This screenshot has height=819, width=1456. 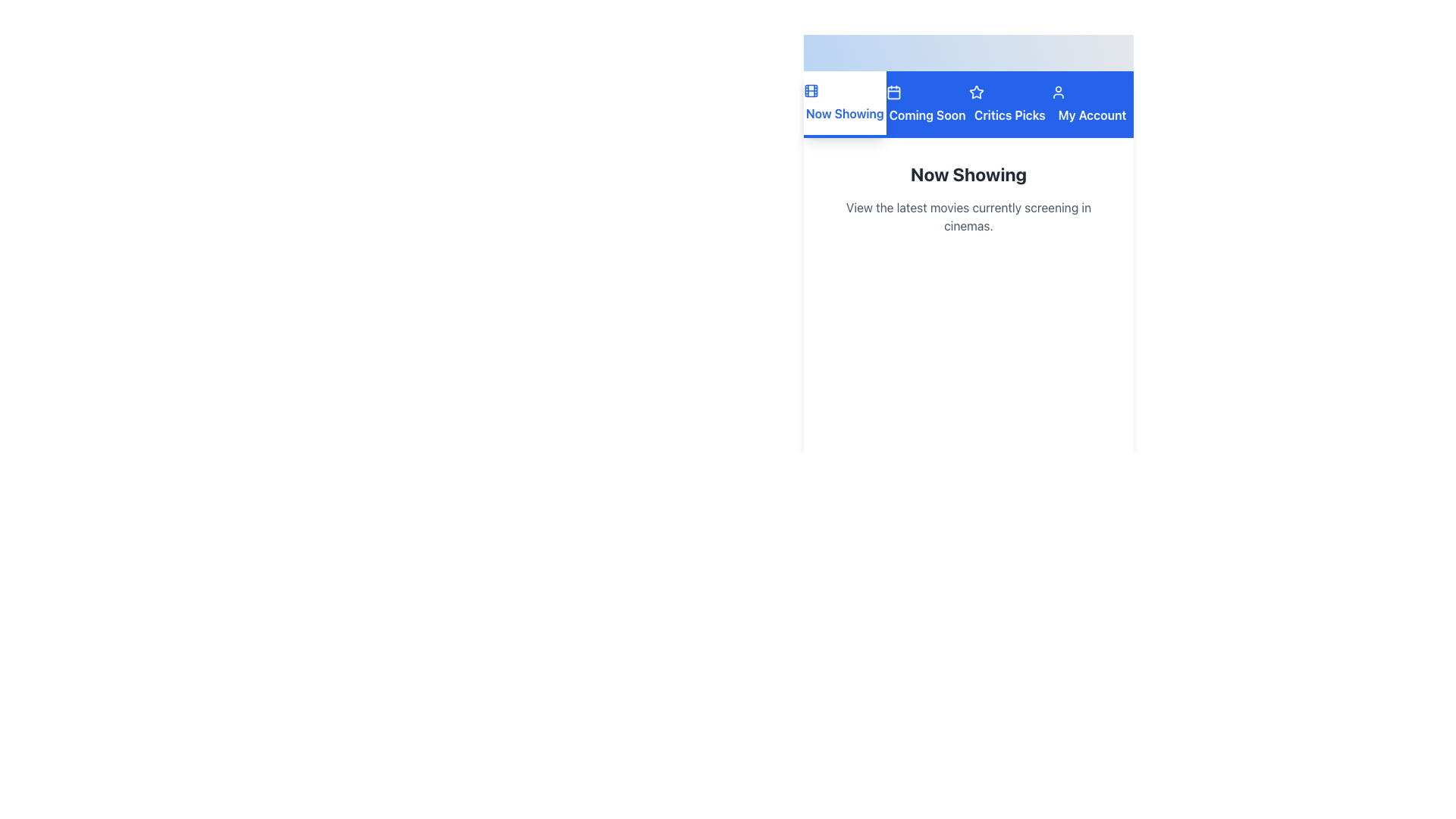 I want to click on the 'Coming Soon' icon located in the top navigation bar, positioned between the 'Now Showing' and 'Critics Picks' buttons, so click(x=893, y=93).